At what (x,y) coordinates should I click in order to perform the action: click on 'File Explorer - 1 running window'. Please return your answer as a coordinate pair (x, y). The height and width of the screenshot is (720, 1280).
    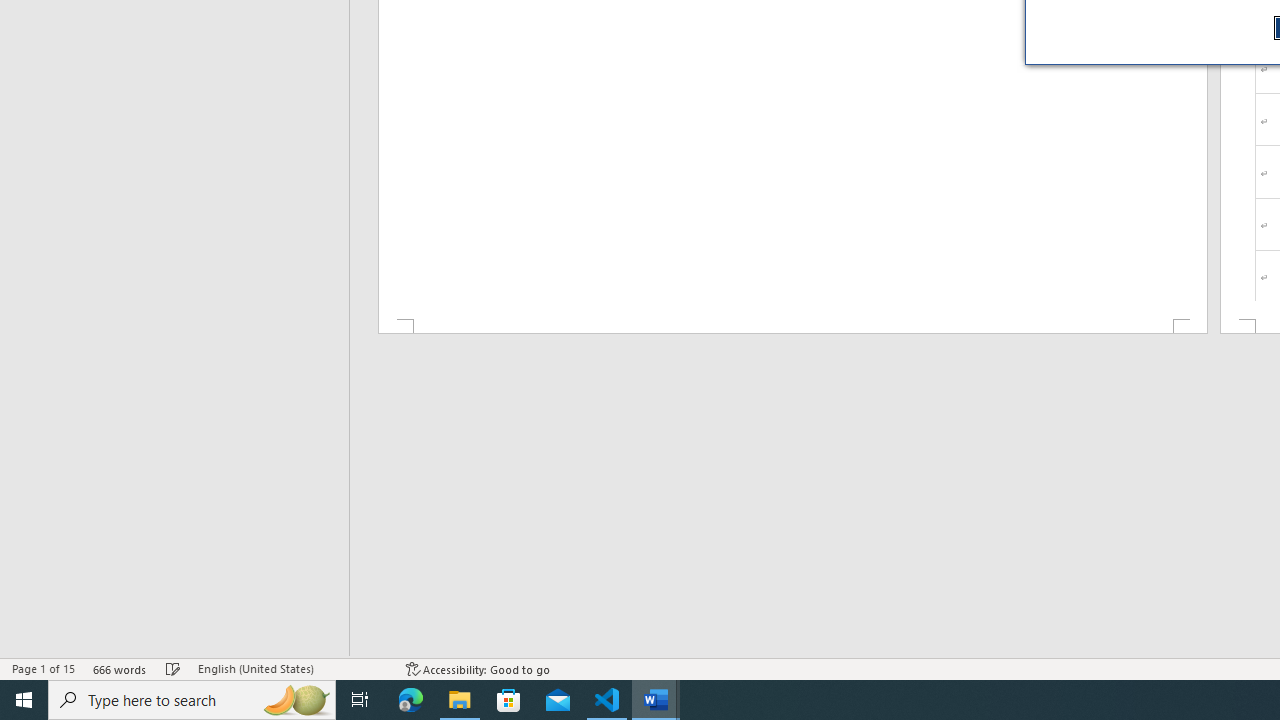
    Looking at the image, I should click on (459, 698).